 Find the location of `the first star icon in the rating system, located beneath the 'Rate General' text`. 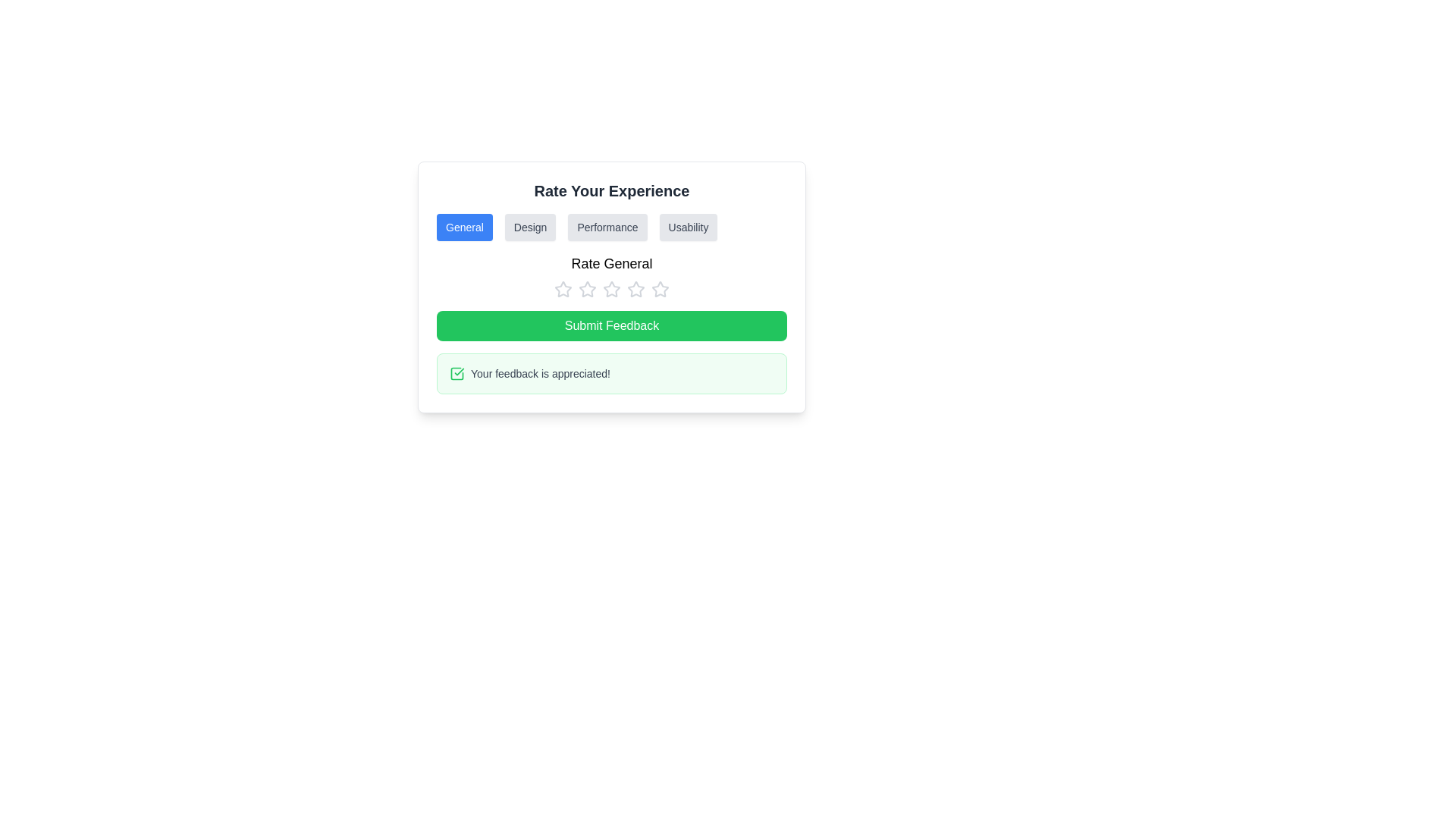

the first star icon in the rating system, located beneath the 'Rate General' text is located at coordinates (586, 289).